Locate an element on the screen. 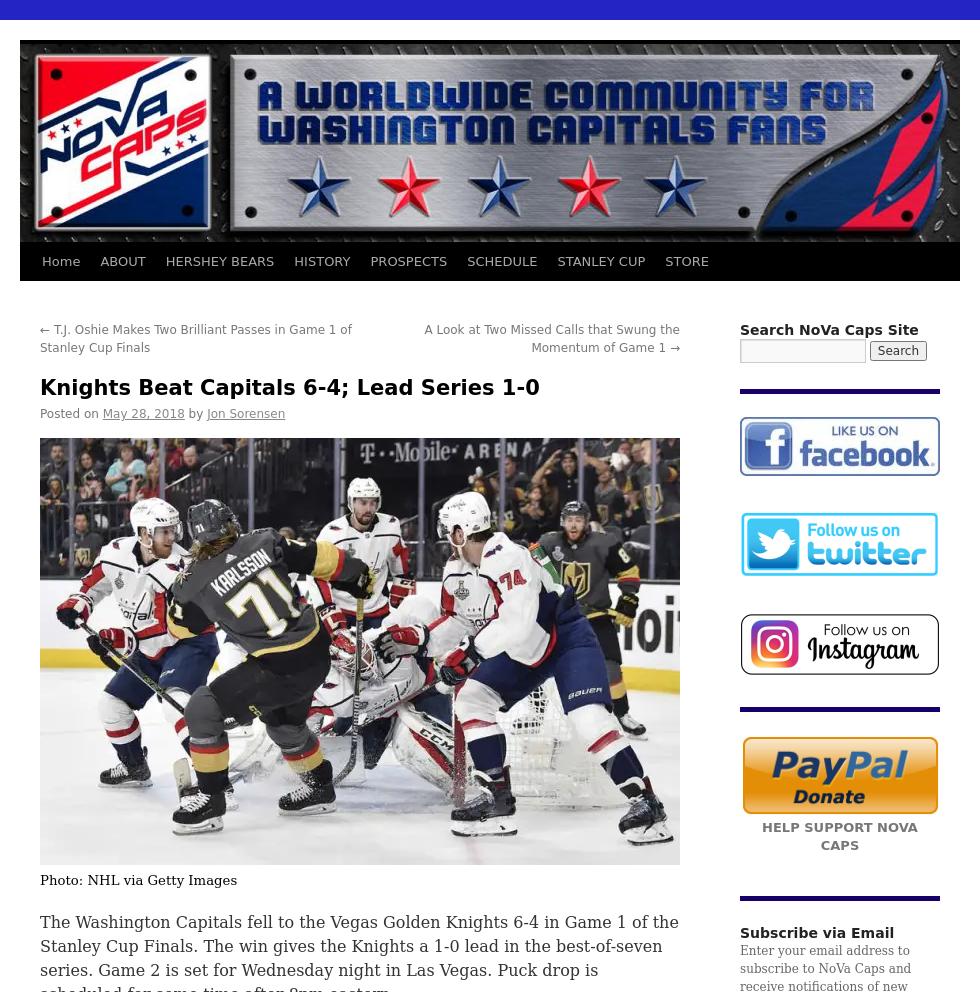 This screenshot has height=992, width=980. 'Posted on' is located at coordinates (68, 413).